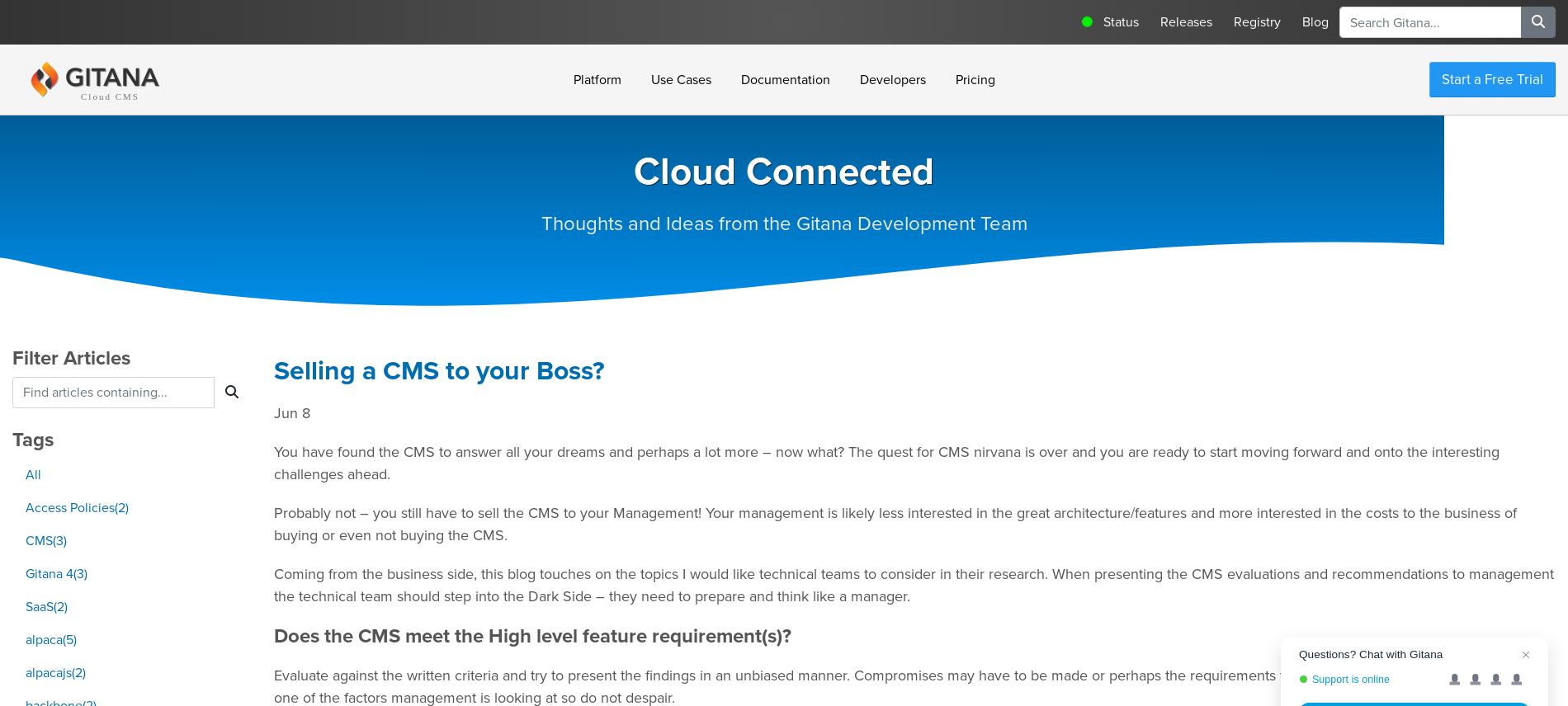  I want to click on 'Thoughts and Ideas from the Gitana Development Team', so click(782, 223).